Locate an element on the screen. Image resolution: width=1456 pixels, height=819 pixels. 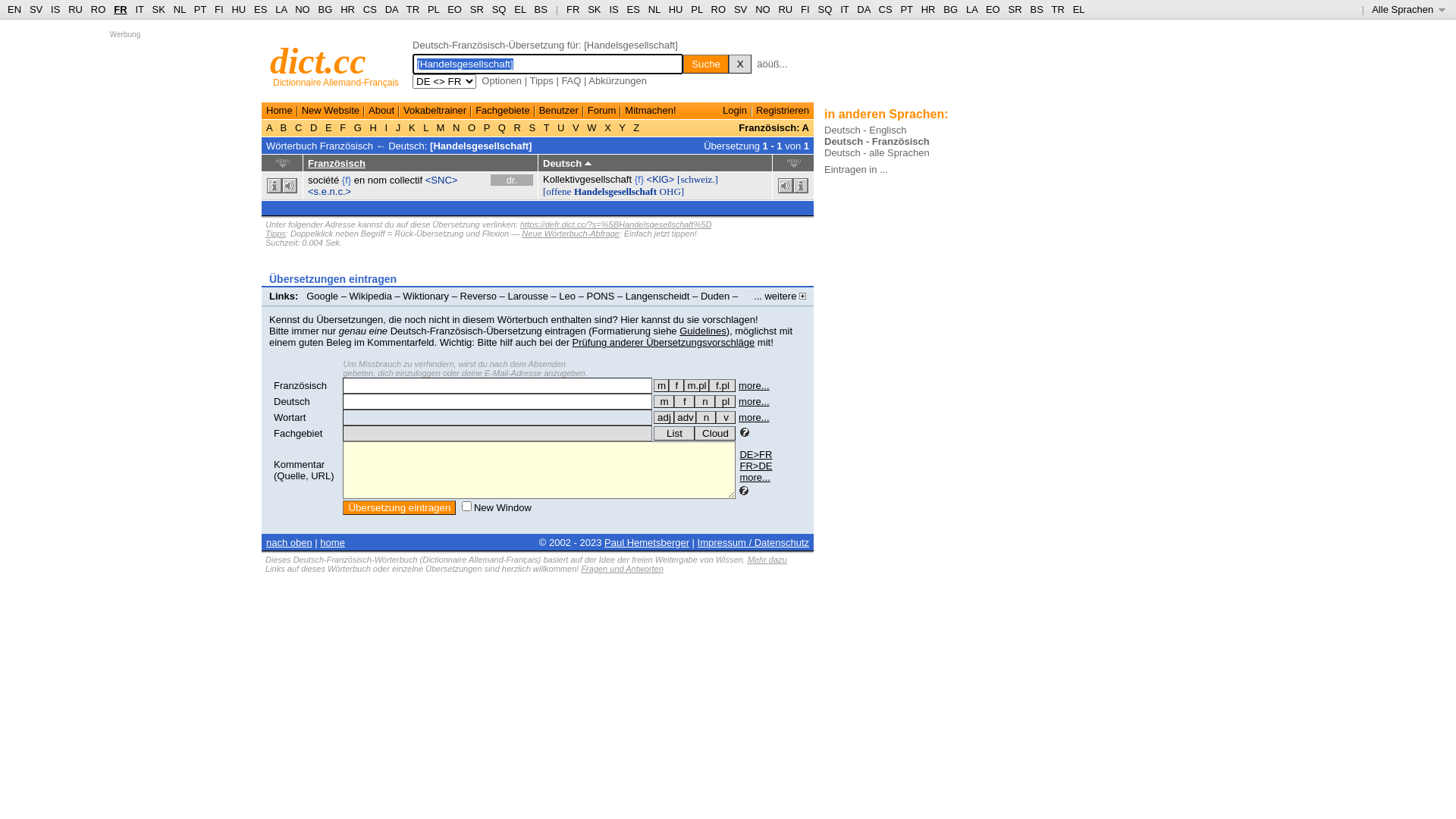
'RU' is located at coordinates (785, 9).